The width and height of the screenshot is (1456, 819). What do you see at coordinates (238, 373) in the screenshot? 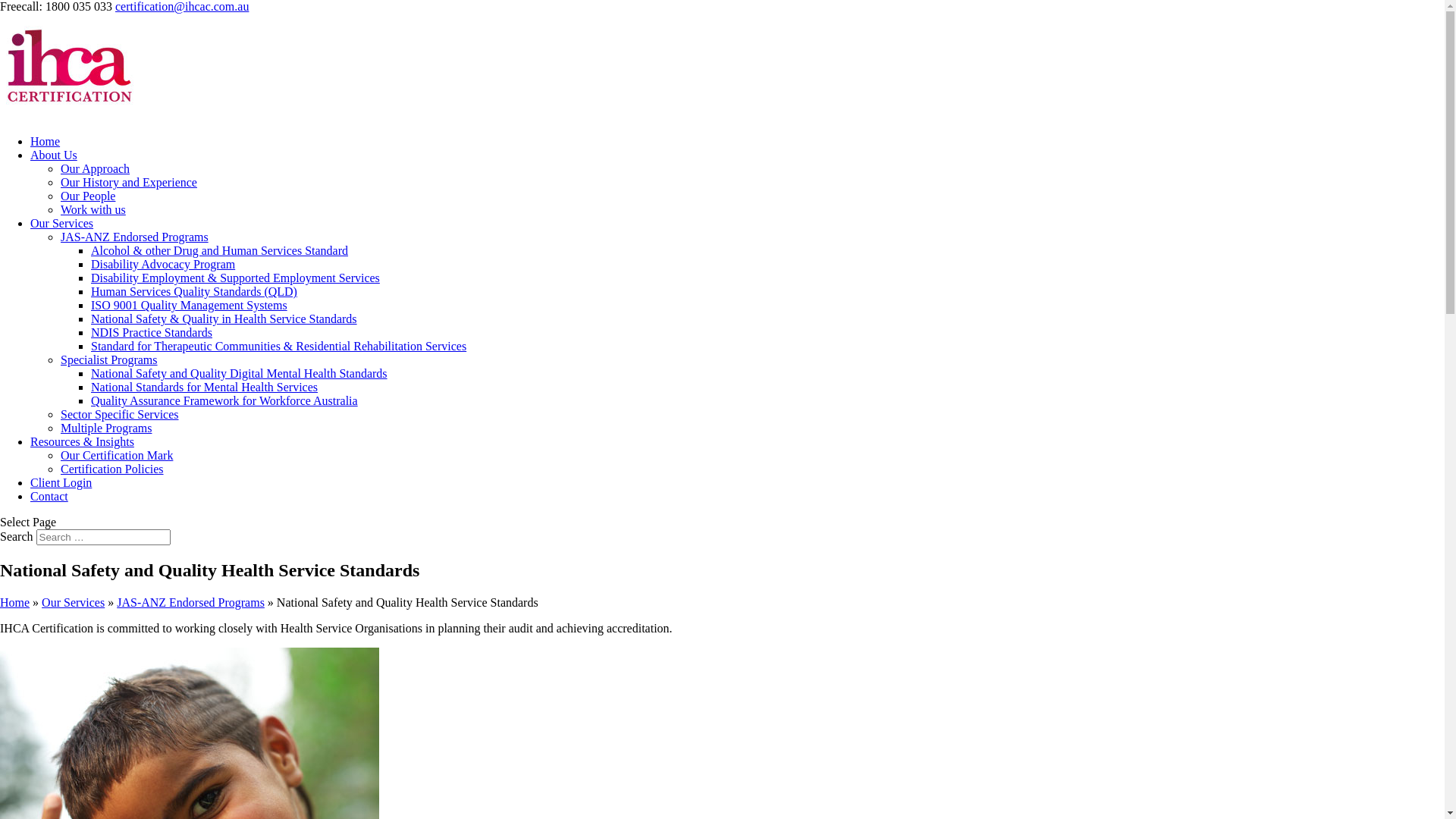
I see `'National Safety and Quality Digital Mental Health Standards'` at bounding box center [238, 373].